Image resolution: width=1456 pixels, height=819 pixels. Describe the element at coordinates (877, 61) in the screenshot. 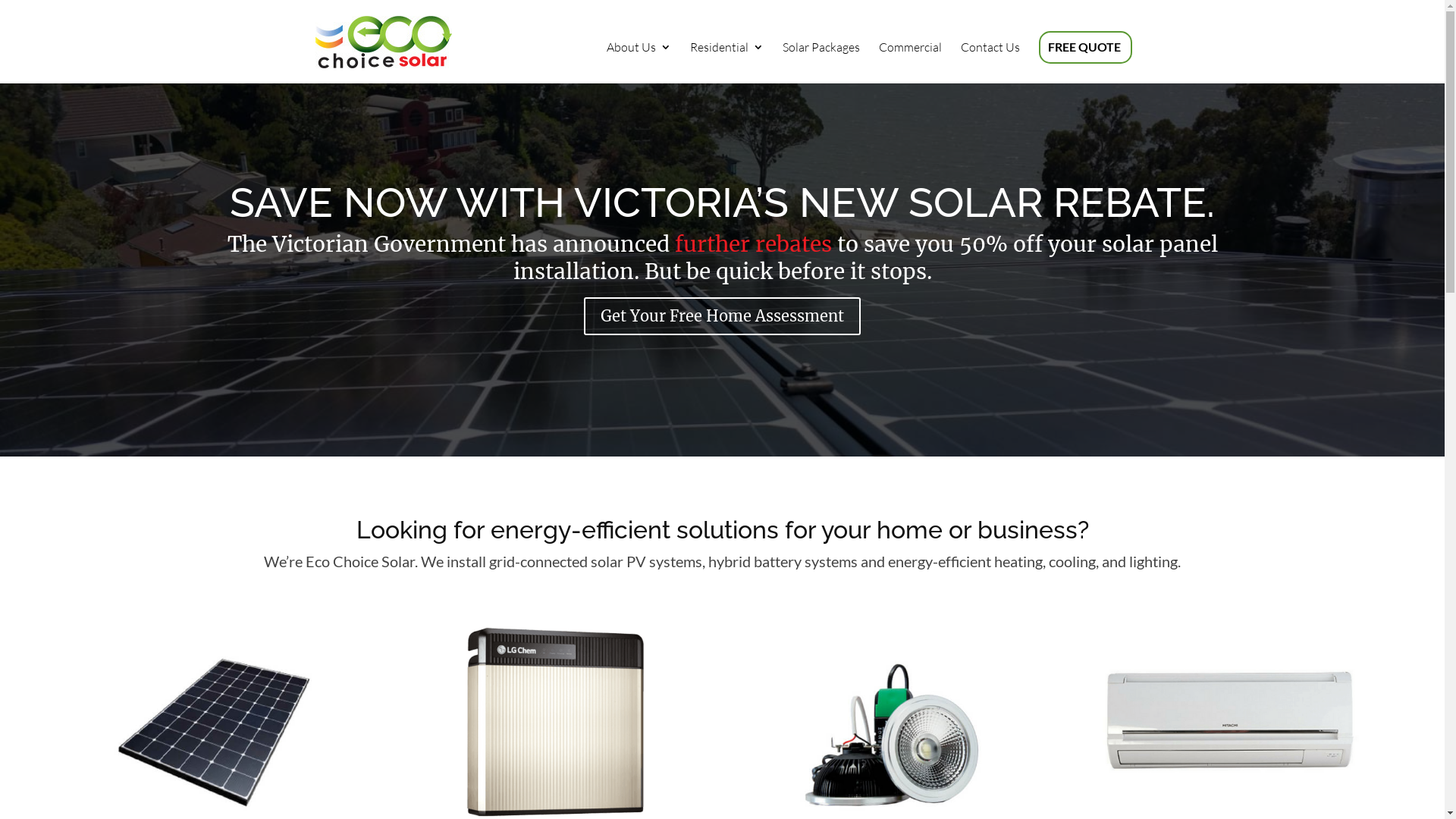

I see `'Commercial'` at that location.